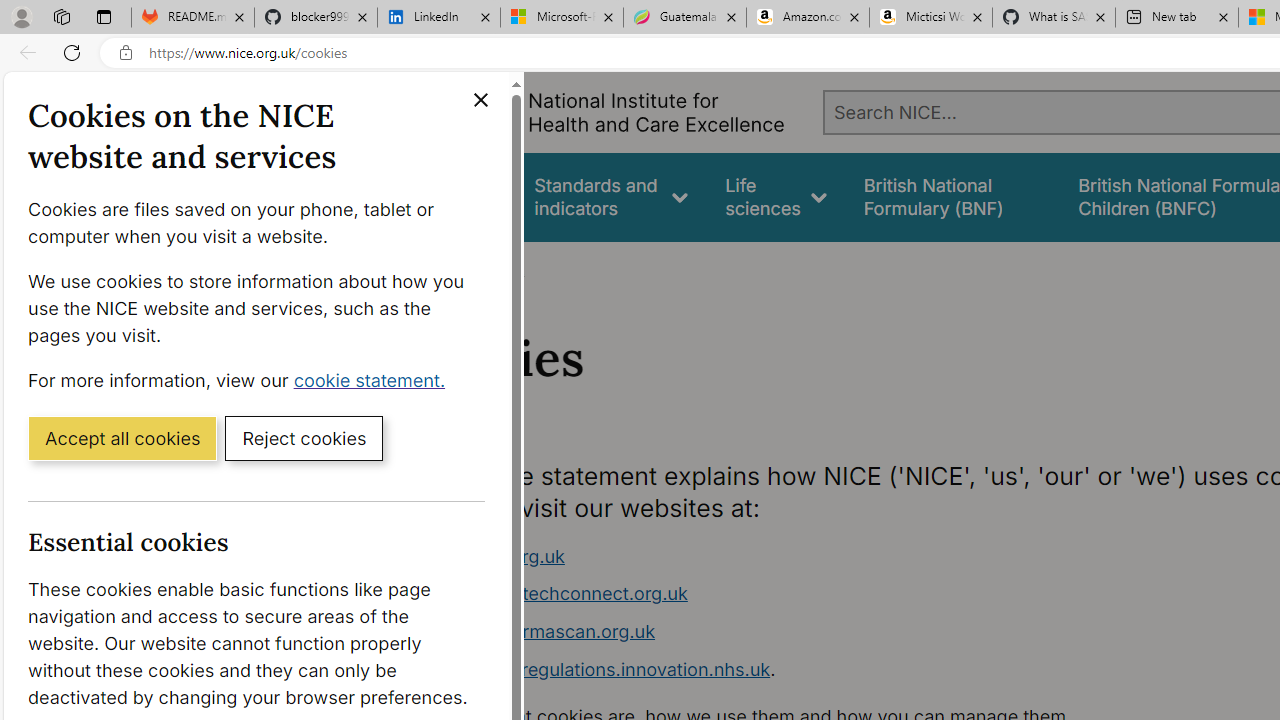 This screenshot has height=720, width=1280. What do you see at coordinates (61, 16) in the screenshot?
I see `'Workspaces'` at bounding box center [61, 16].